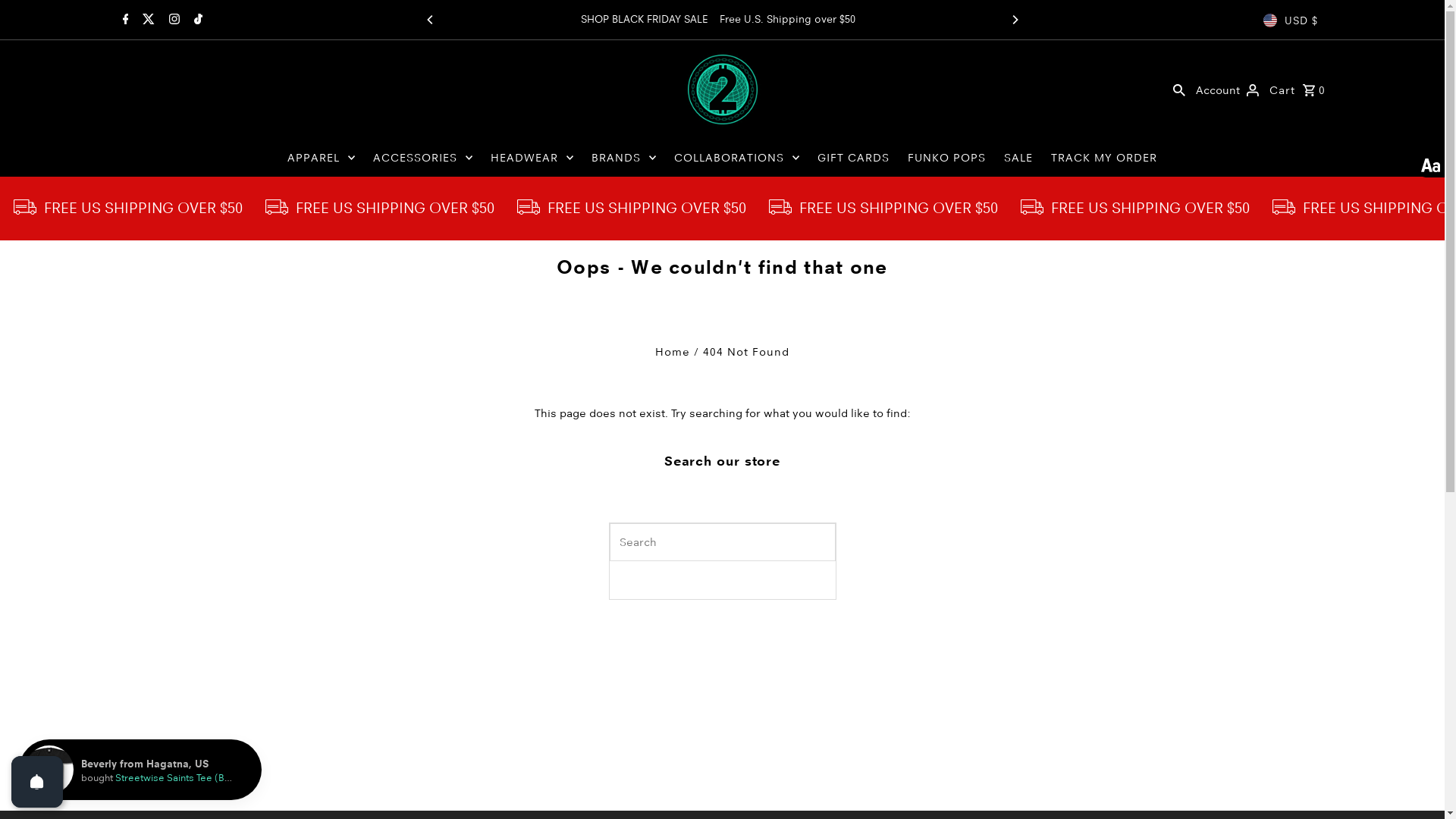 Image resolution: width=1456 pixels, height=819 pixels. I want to click on 'Streetwise Saints Tee (Black)', so click(180, 777).